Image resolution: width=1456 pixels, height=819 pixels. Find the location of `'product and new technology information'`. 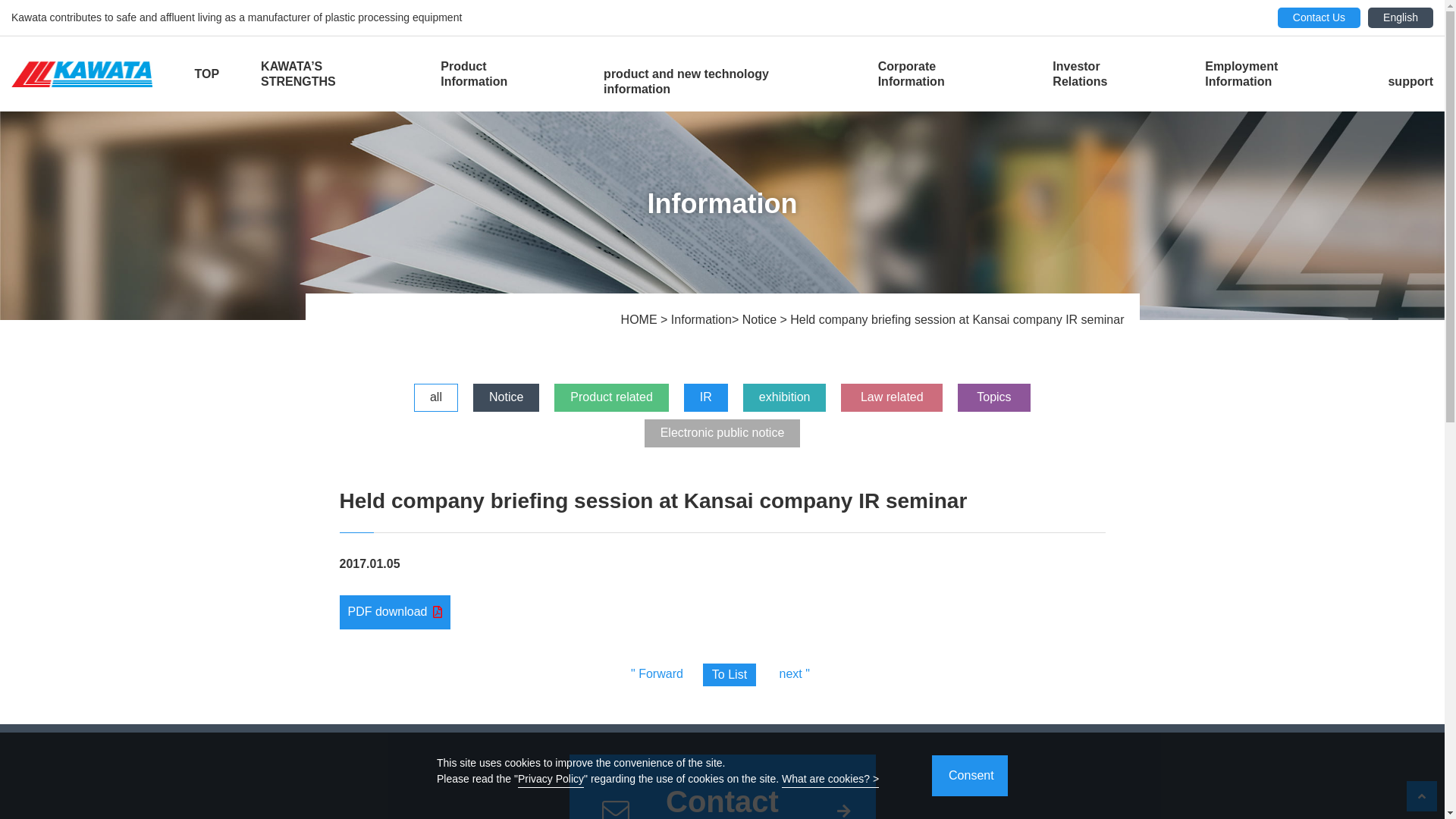

'product and new technology information' is located at coordinates (719, 81).